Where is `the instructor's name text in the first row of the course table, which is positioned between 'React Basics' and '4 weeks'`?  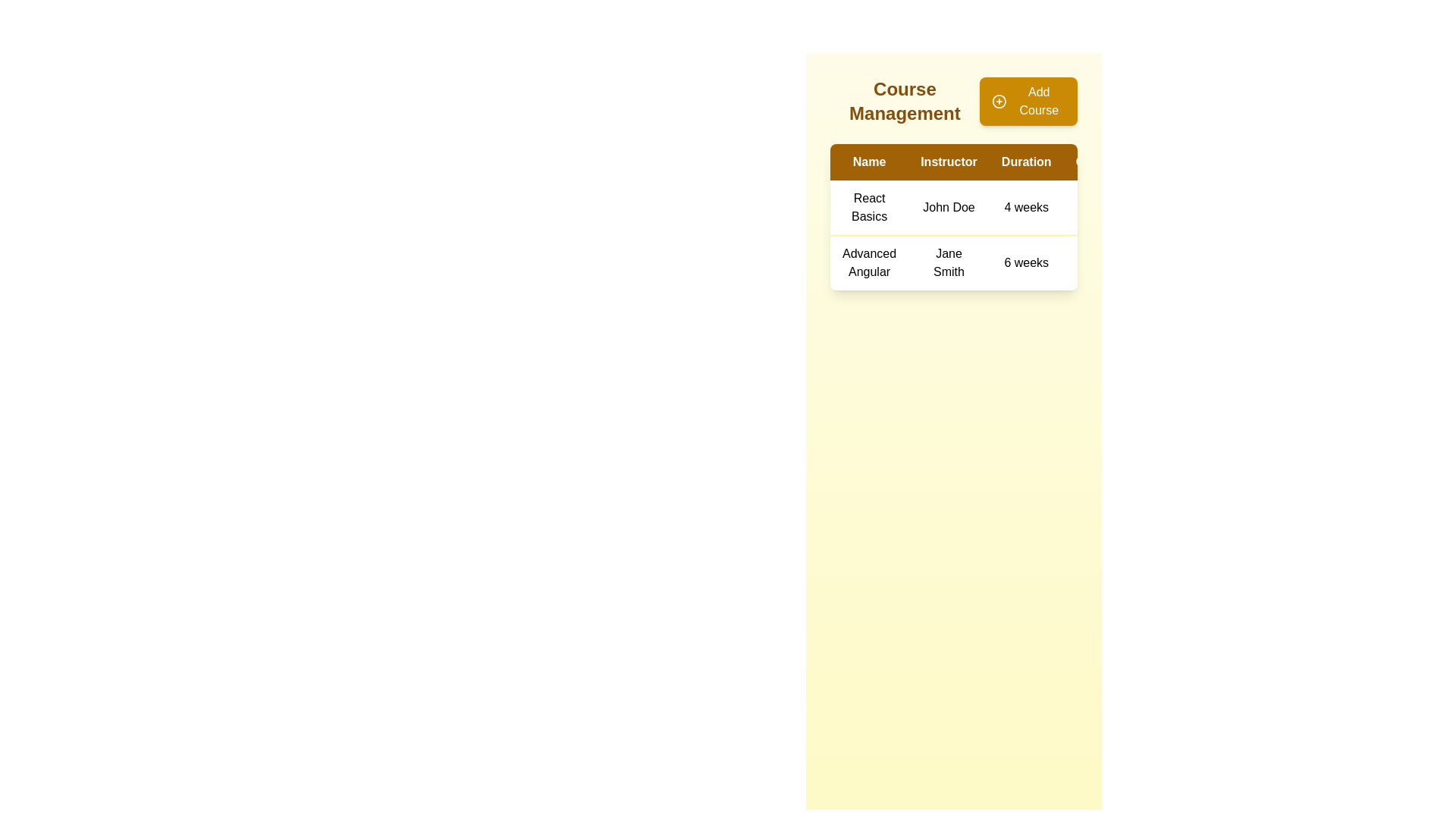 the instructor's name text in the first row of the course table, which is positioned between 'React Basics' and '4 weeks' is located at coordinates (948, 208).